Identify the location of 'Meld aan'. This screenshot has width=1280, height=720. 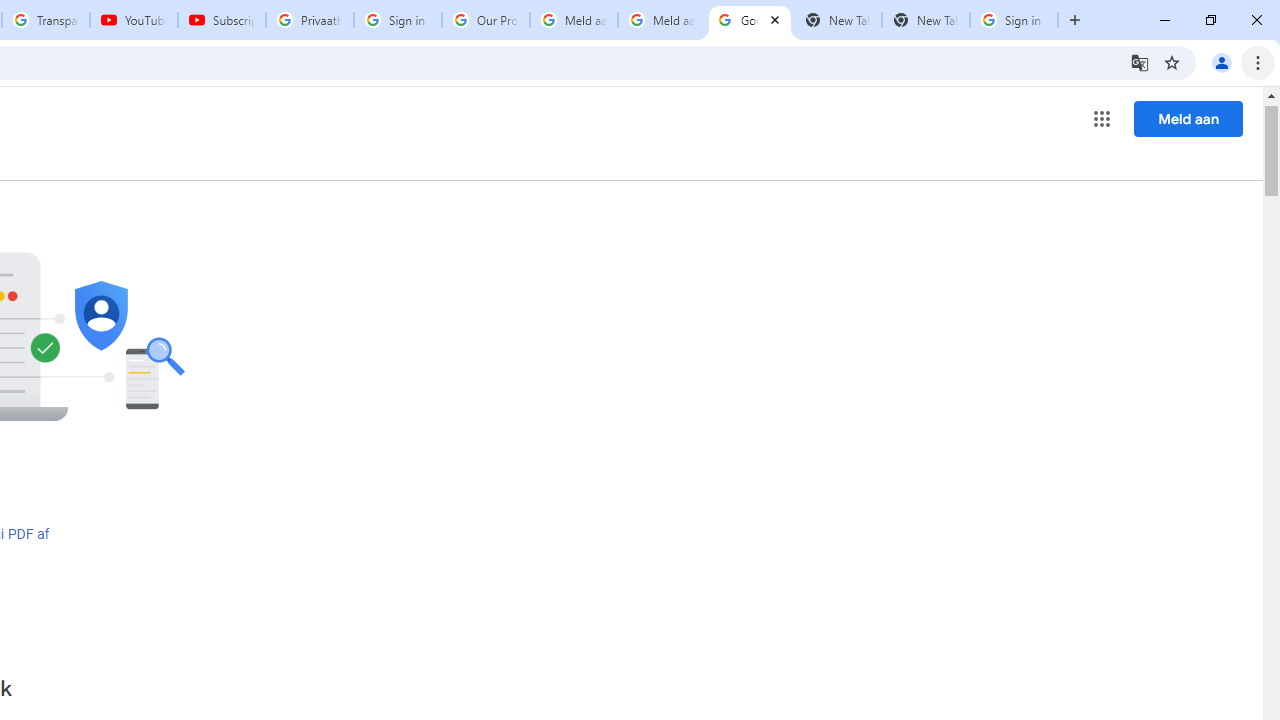
(1188, 118).